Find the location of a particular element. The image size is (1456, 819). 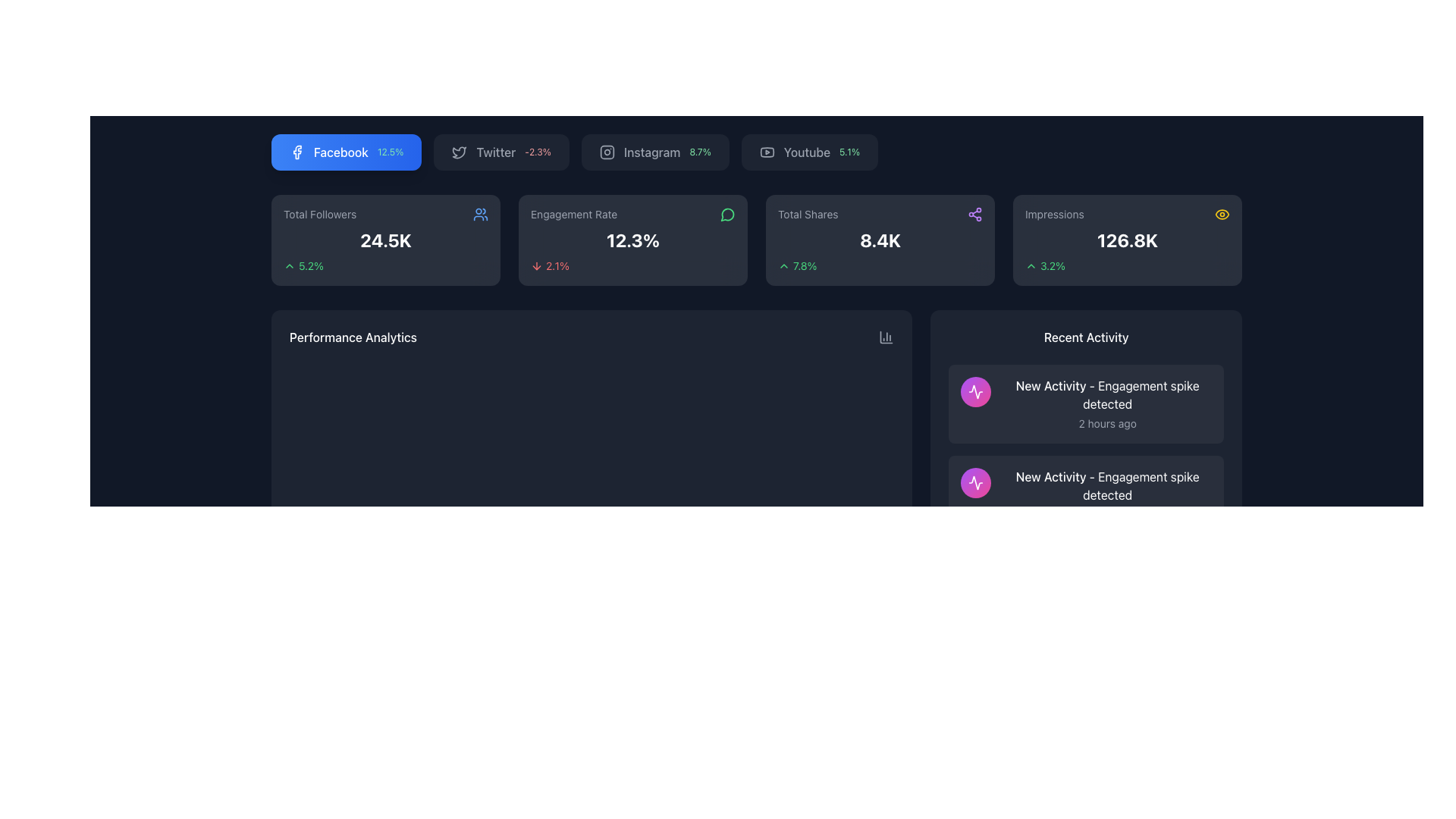

the 'Total Followers' header, which includes a gray text label and a blue icon representing users, located above the numerical value '24.5K' is located at coordinates (385, 214).